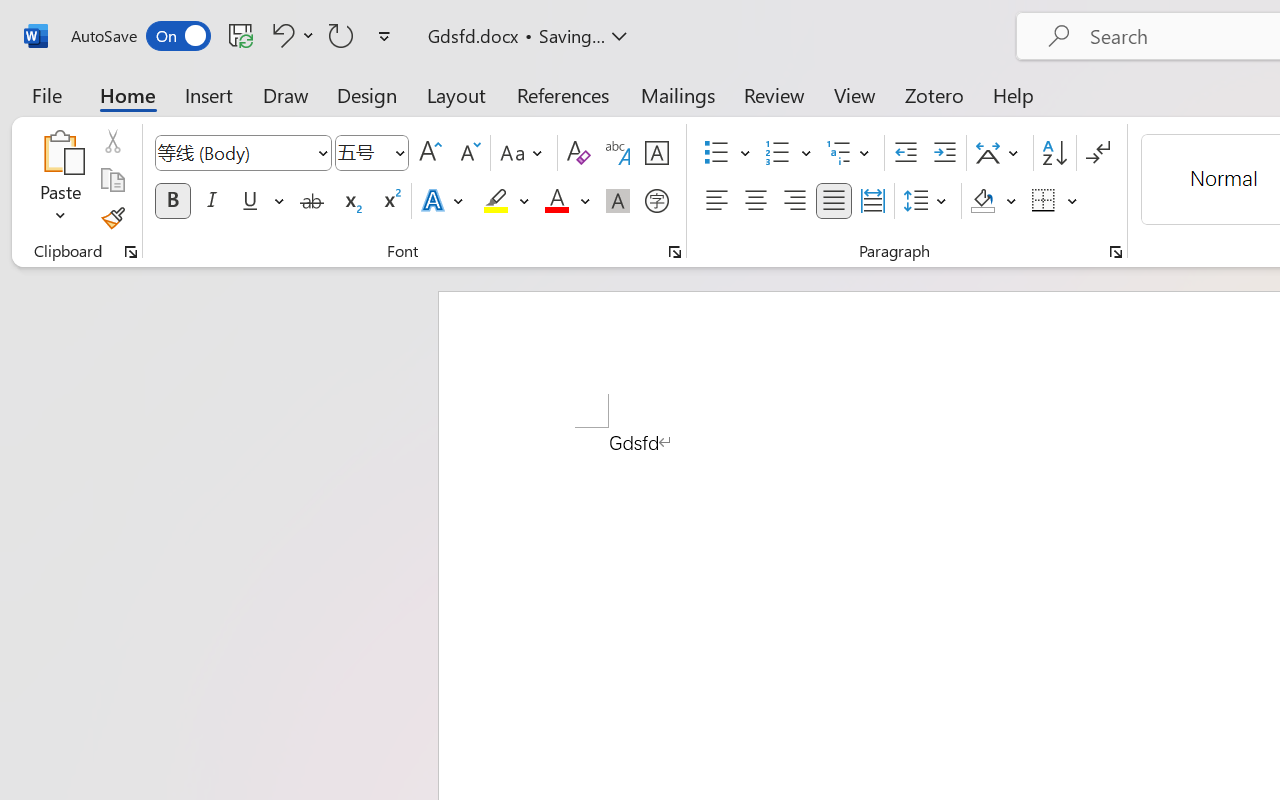  What do you see at coordinates (617, 201) in the screenshot?
I see `'Character Shading'` at bounding box center [617, 201].